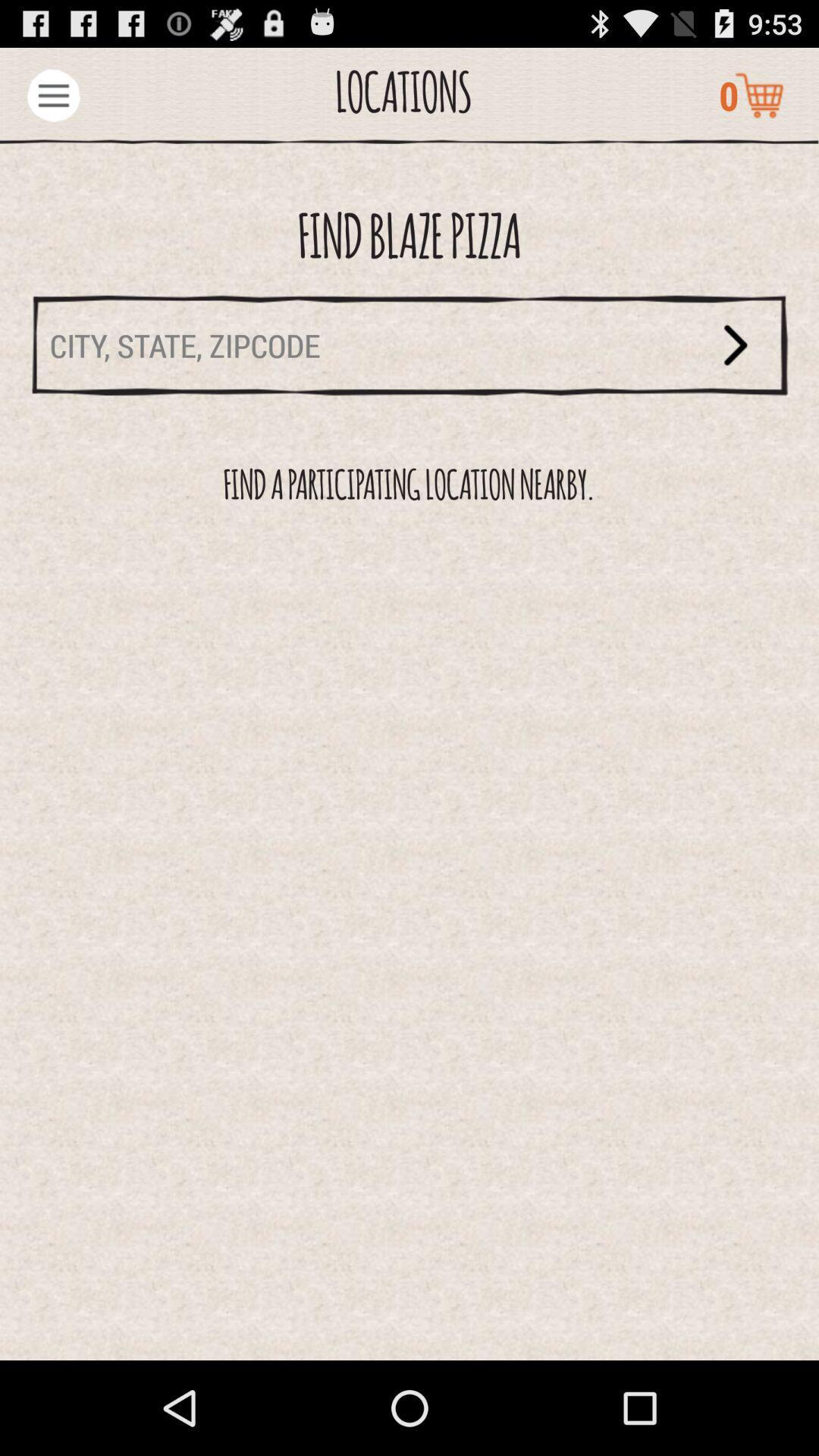 The image size is (819, 1456). What do you see at coordinates (52, 101) in the screenshot?
I see `the menu icon` at bounding box center [52, 101].